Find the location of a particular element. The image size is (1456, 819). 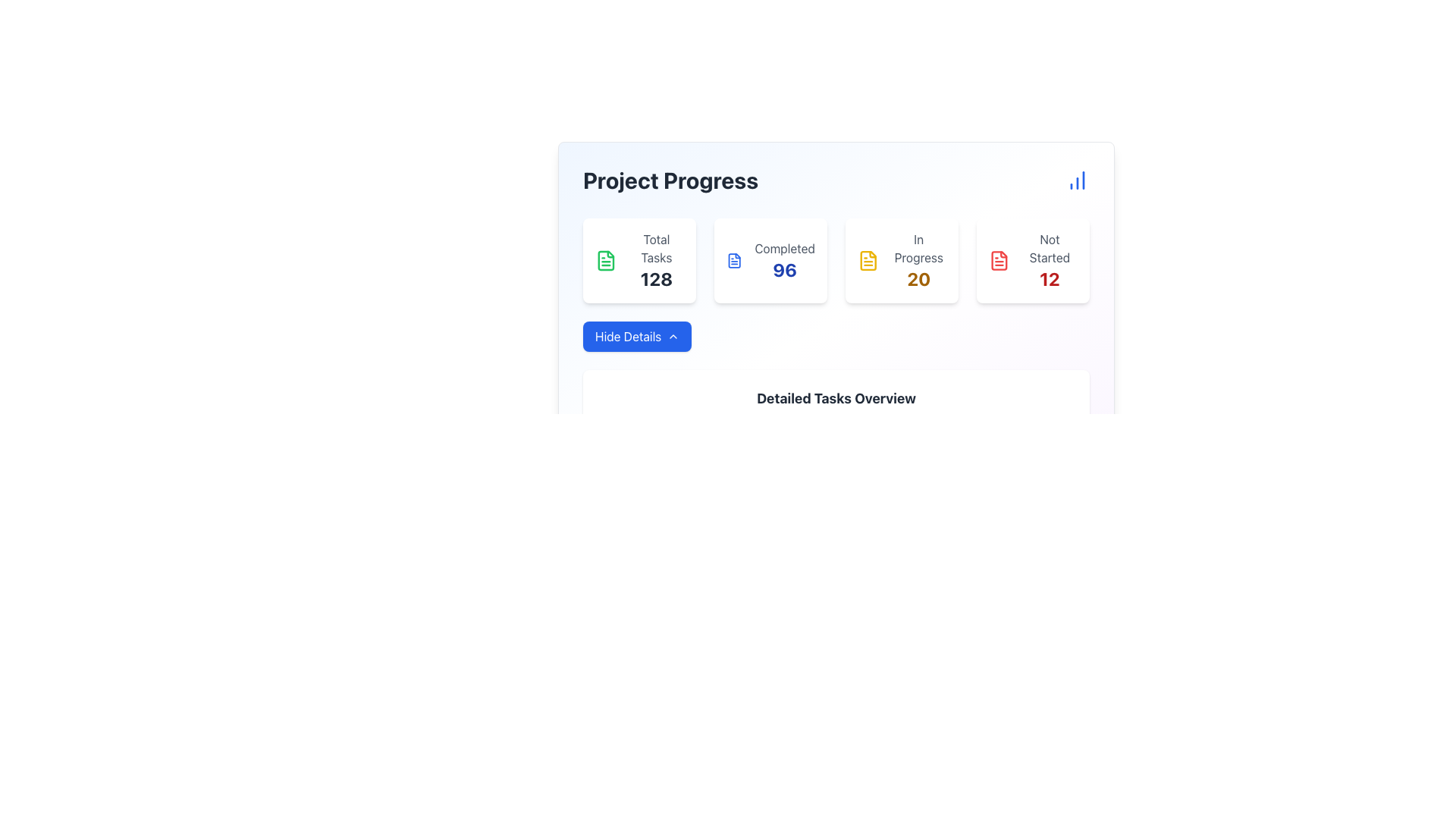

the upward-facing chevron icon located to the right of the 'Hide Details' button is located at coordinates (673, 335).